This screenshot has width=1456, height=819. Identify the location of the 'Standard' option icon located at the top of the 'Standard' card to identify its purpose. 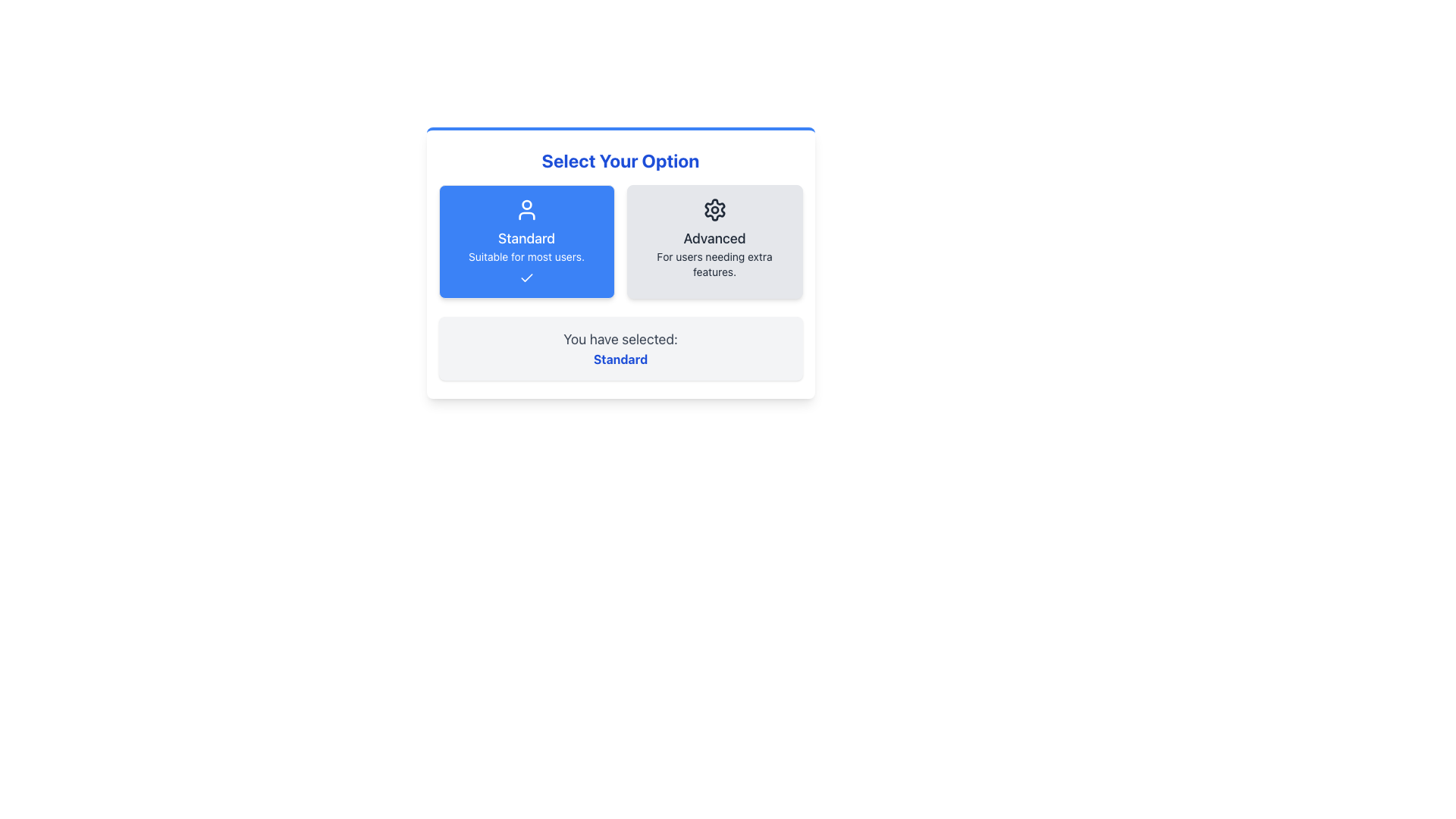
(526, 210).